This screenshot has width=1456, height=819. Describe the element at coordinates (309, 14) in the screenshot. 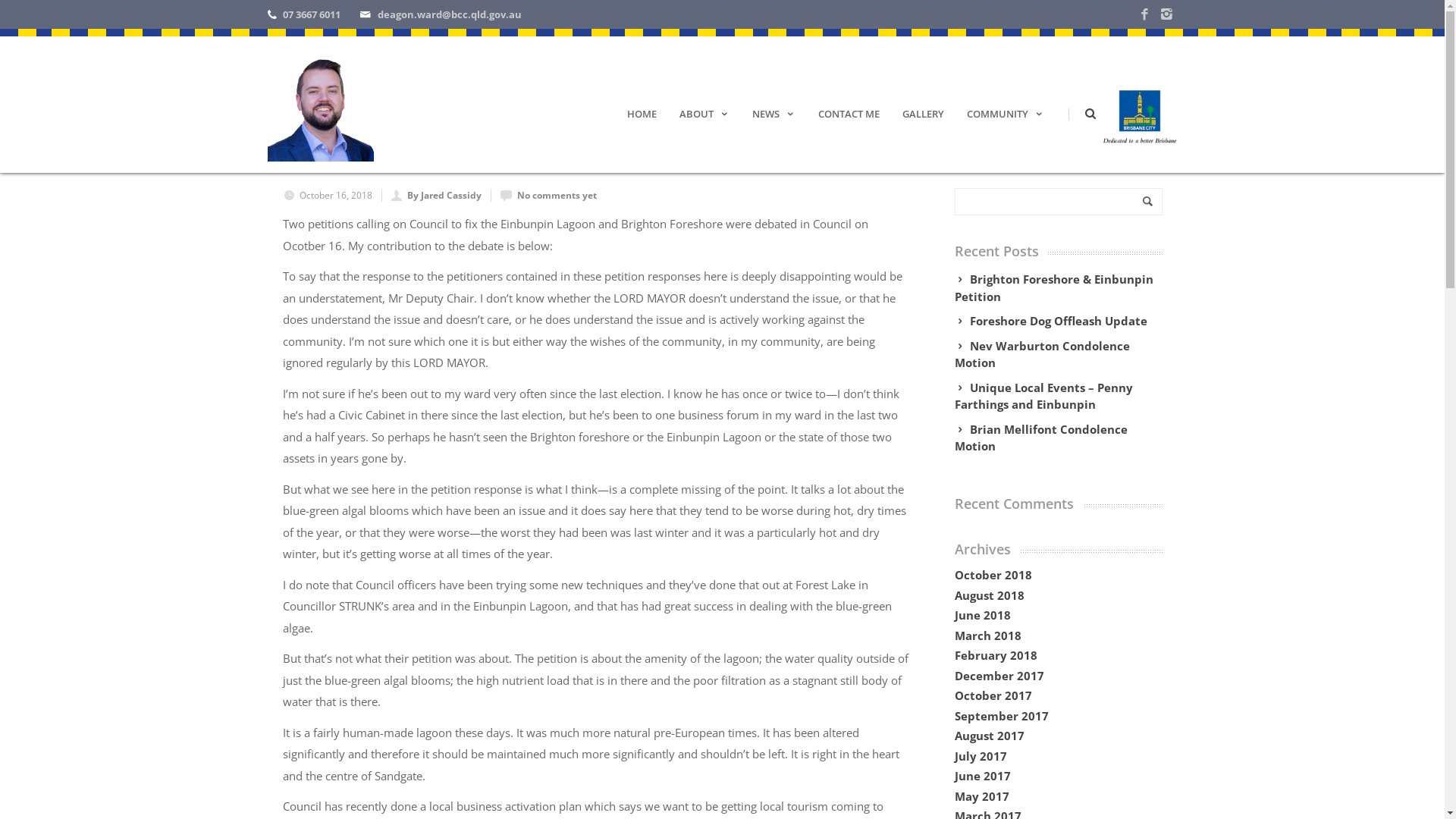

I see `'07 3667 6011'` at that location.